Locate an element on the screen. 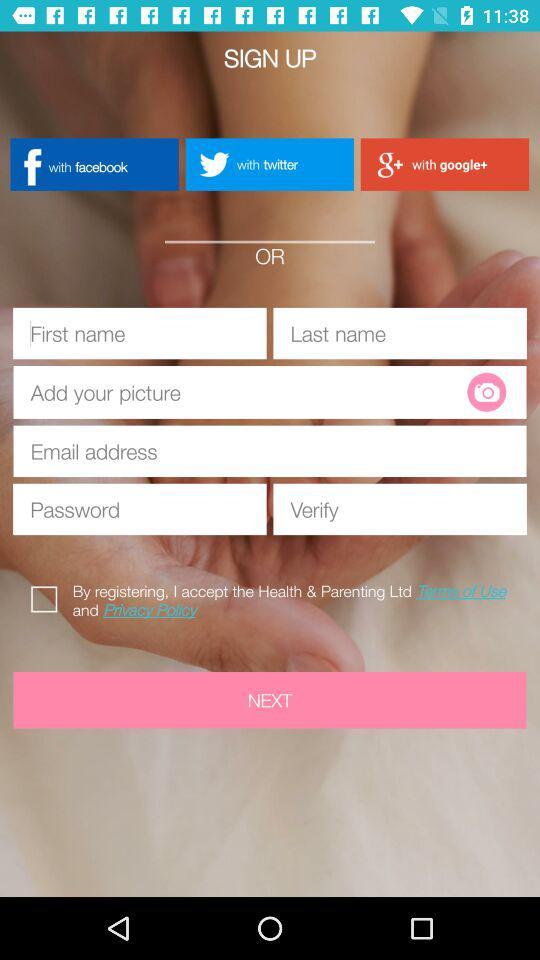 Image resolution: width=540 pixels, height=960 pixels. with google+ button is located at coordinates (444, 163).